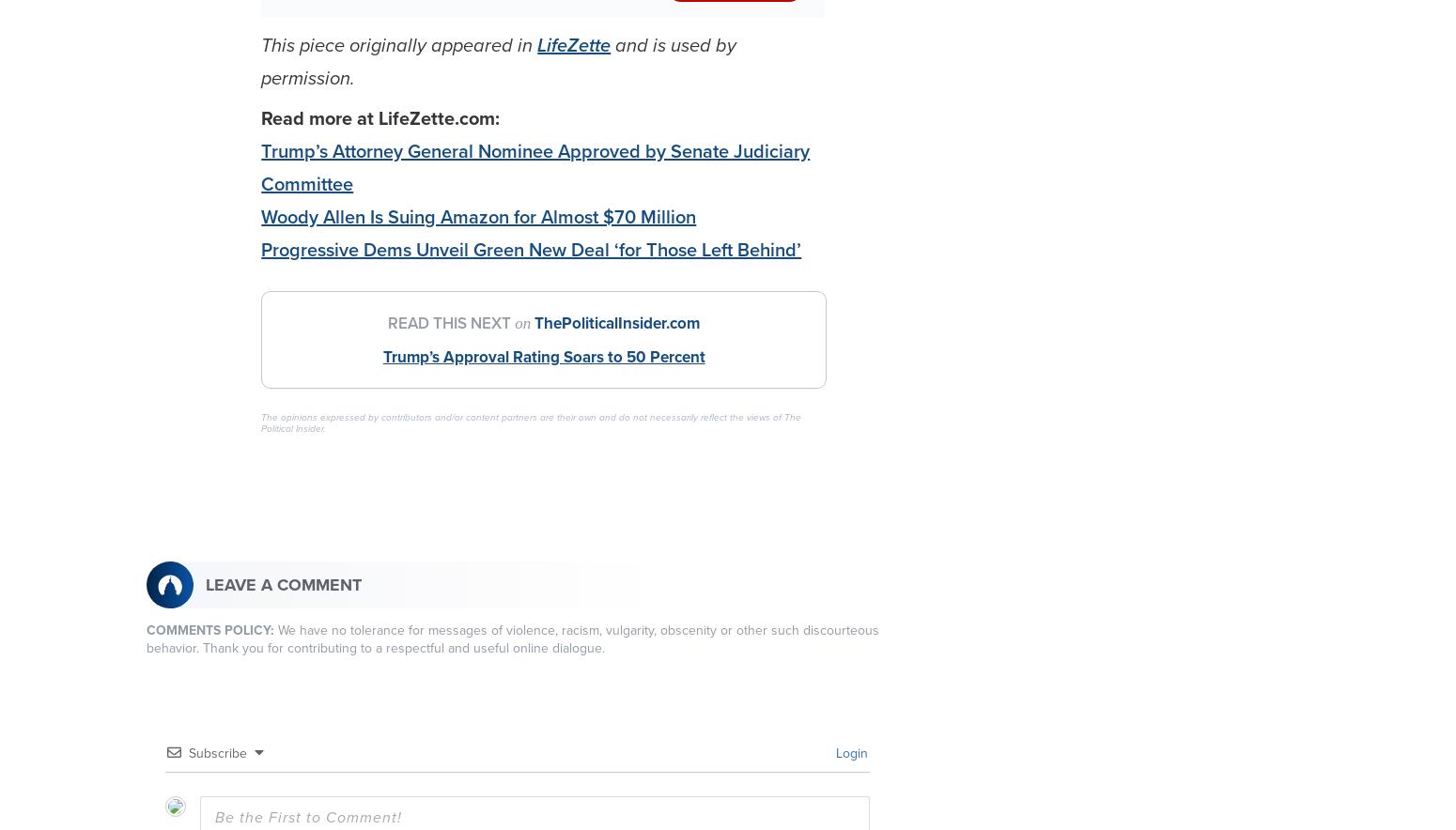  What do you see at coordinates (534, 322) in the screenshot?
I see `'ThePoliticalInsider.com'` at bounding box center [534, 322].